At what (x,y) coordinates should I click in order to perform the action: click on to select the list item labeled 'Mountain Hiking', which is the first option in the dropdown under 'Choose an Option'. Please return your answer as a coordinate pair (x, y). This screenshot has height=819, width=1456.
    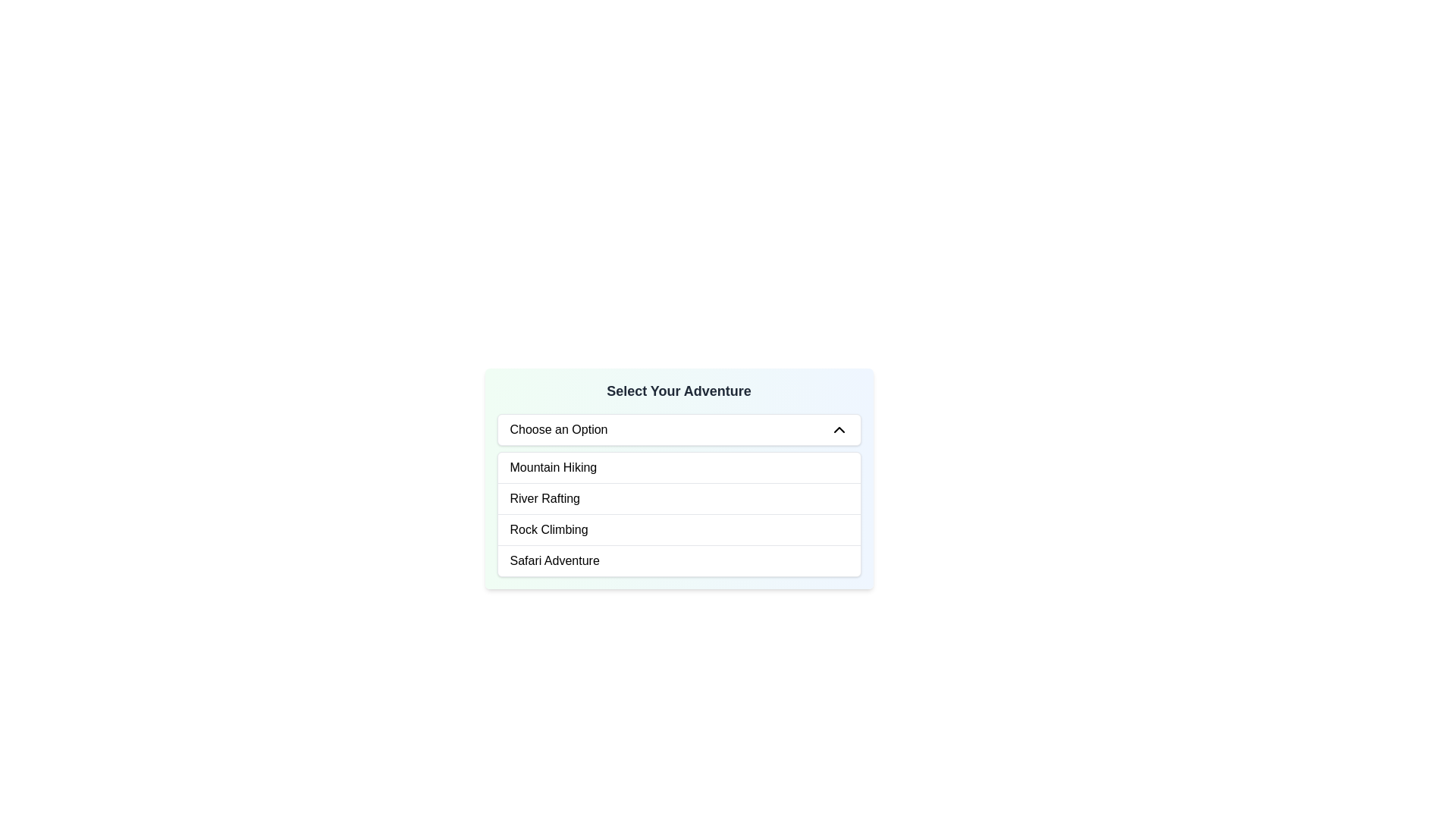
    Looking at the image, I should click on (678, 479).